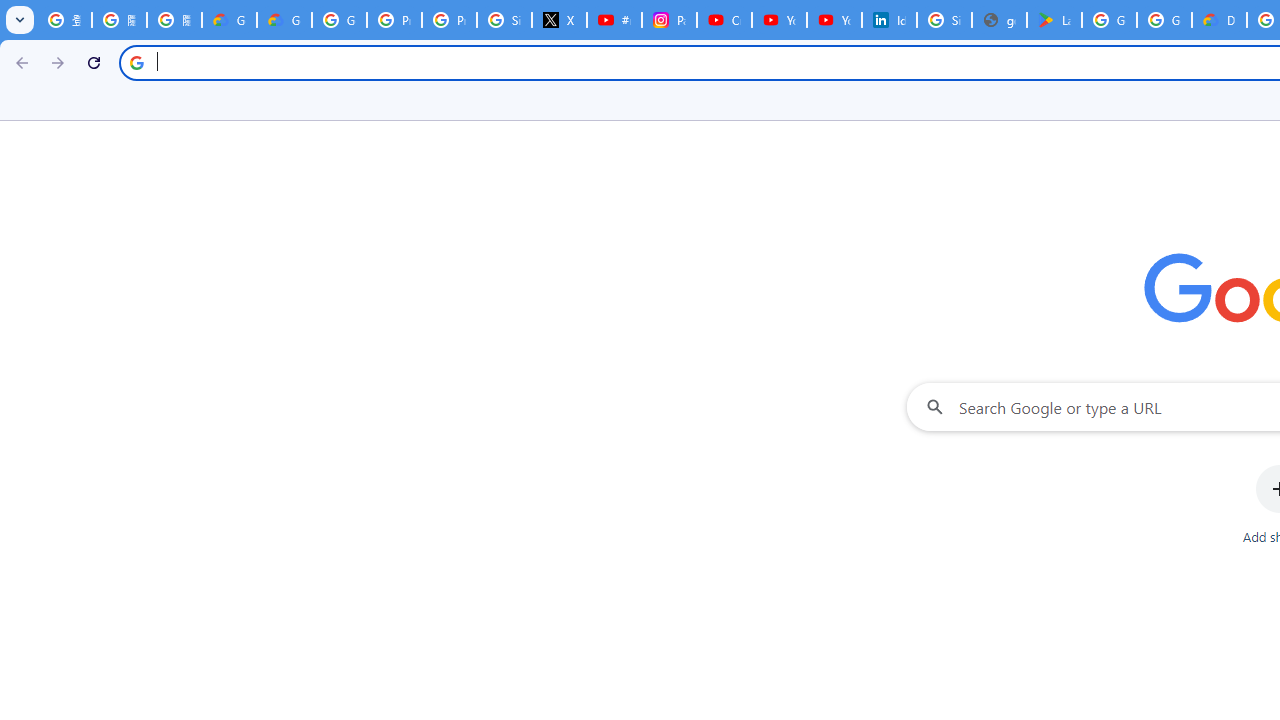 Image resolution: width=1280 pixels, height=720 pixels. What do you see at coordinates (887, 20) in the screenshot?
I see `'Identity verification via Persona | LinkedIn Help'` at bounding box center [887, 20].